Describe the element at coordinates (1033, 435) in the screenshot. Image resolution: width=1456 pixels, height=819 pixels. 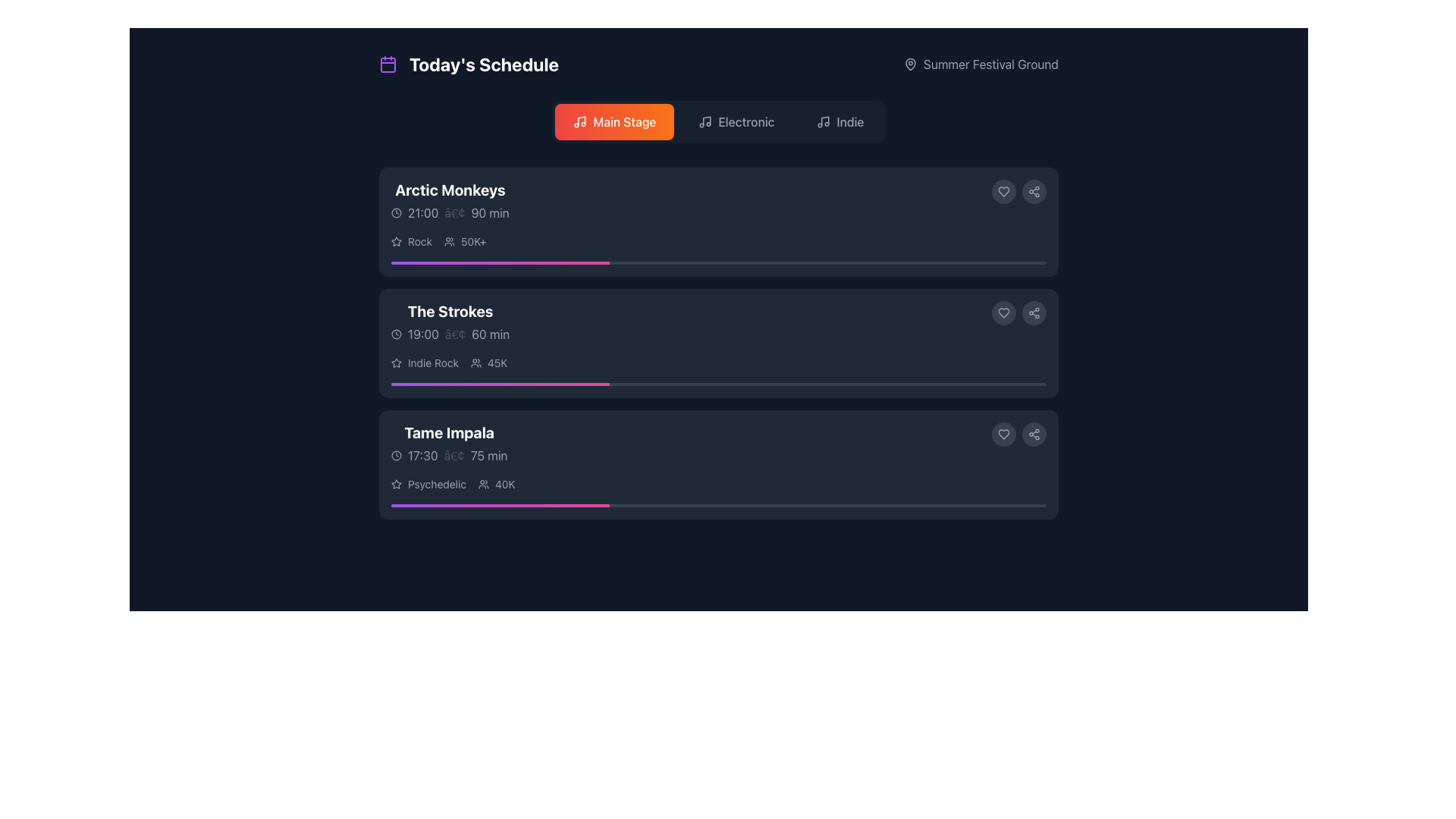
I see `the circular dark grey button with a share icon` at that location.